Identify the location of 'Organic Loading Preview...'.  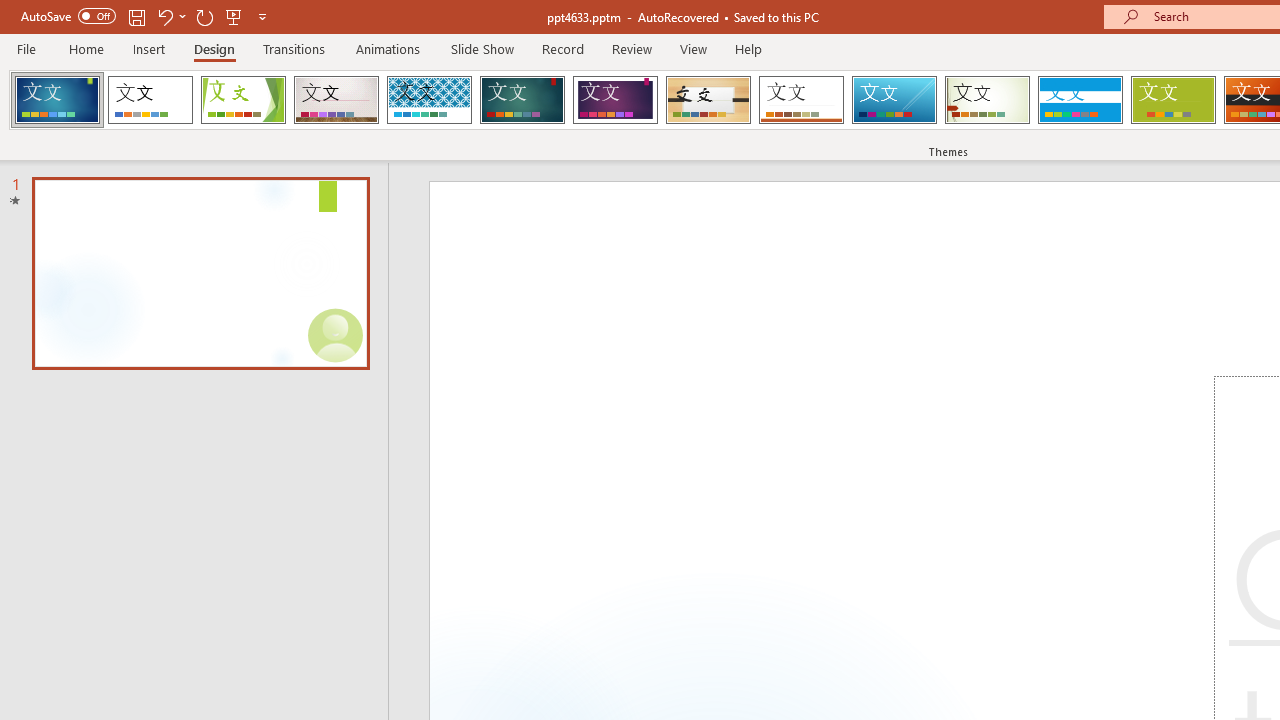
(708, 100).